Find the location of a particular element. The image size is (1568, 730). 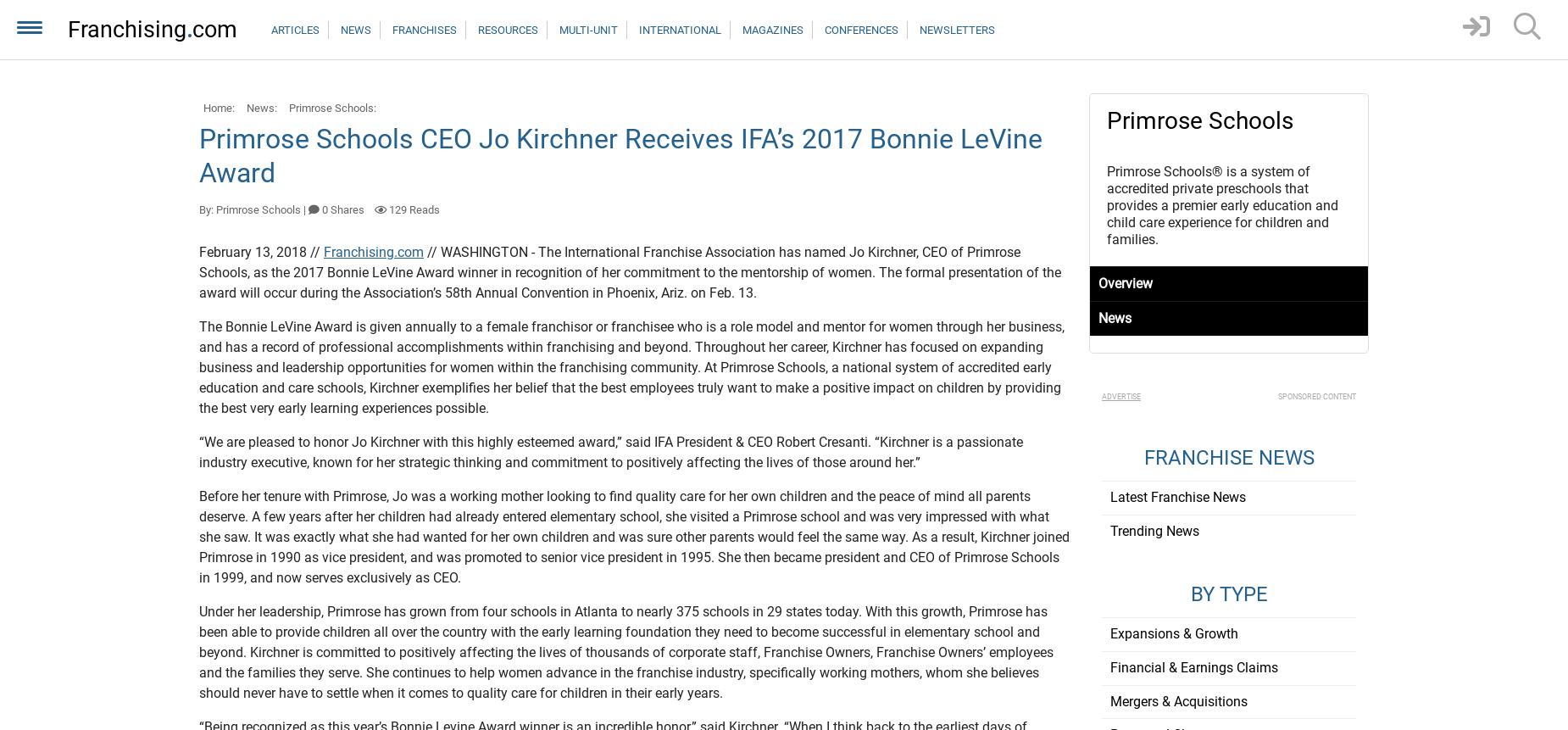

'Franchise News' is located at coordinates (1228, 458).